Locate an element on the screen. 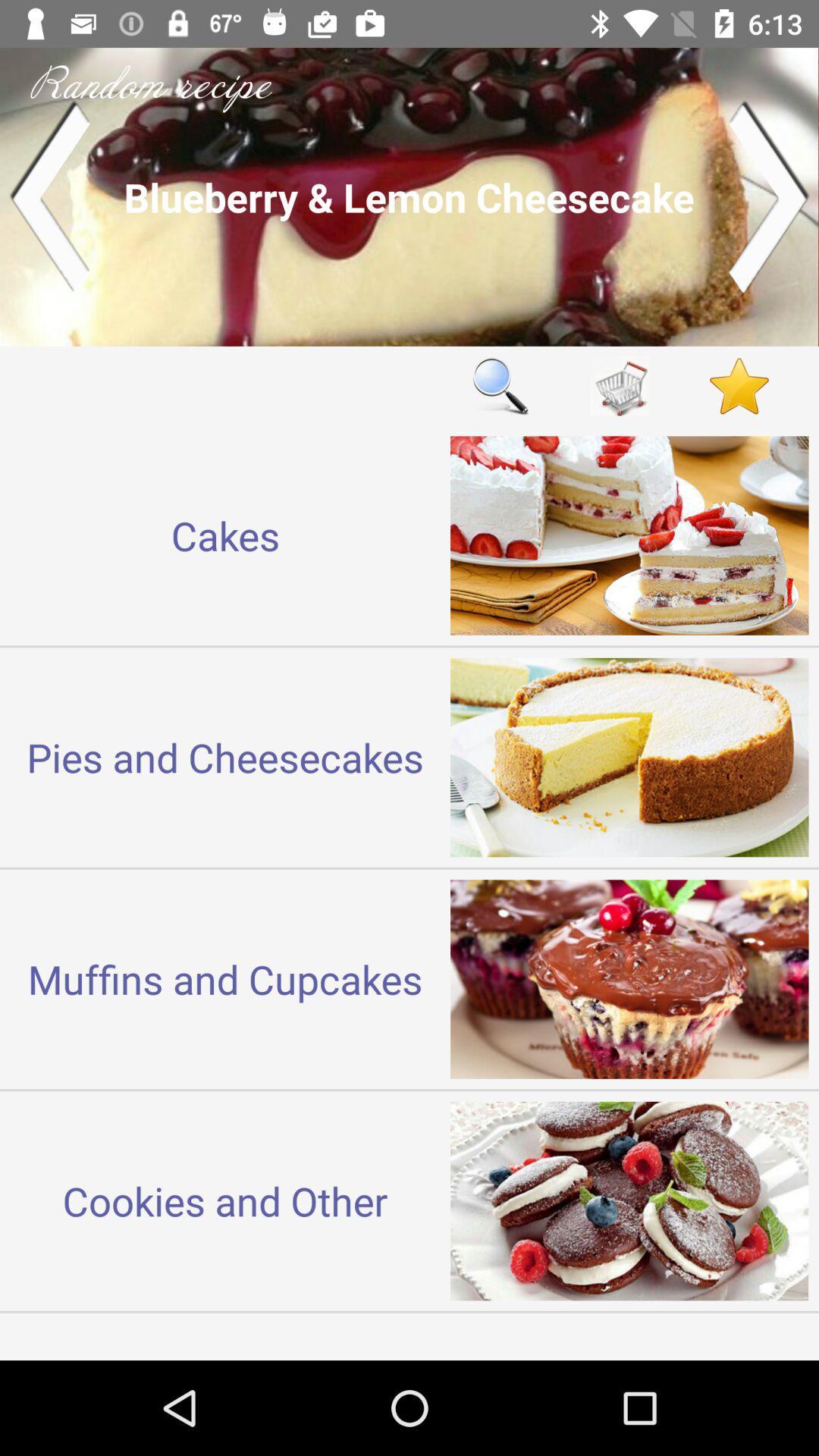 The height and width of the screenshot is (1456, 819). the header picture is located at coordinates (409, 196).